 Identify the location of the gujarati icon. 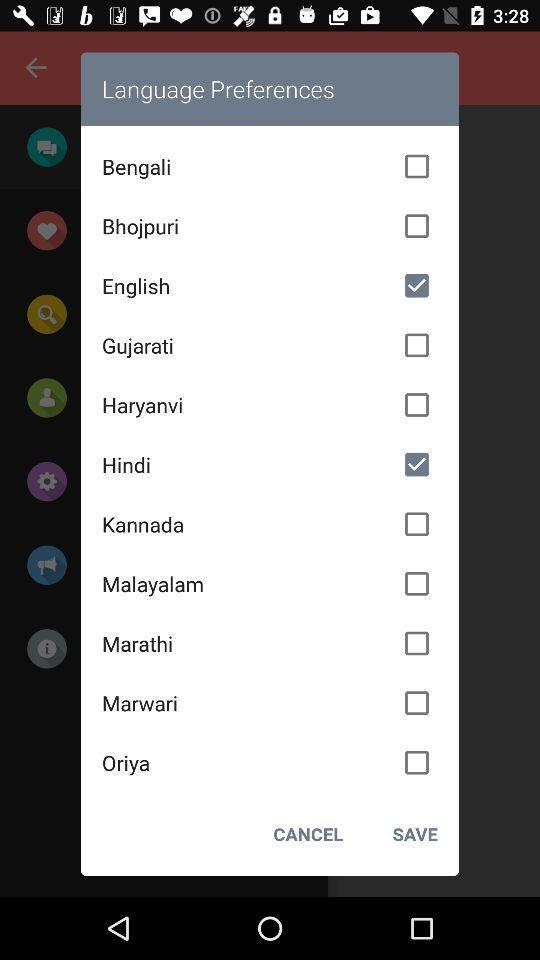
(270, 345).